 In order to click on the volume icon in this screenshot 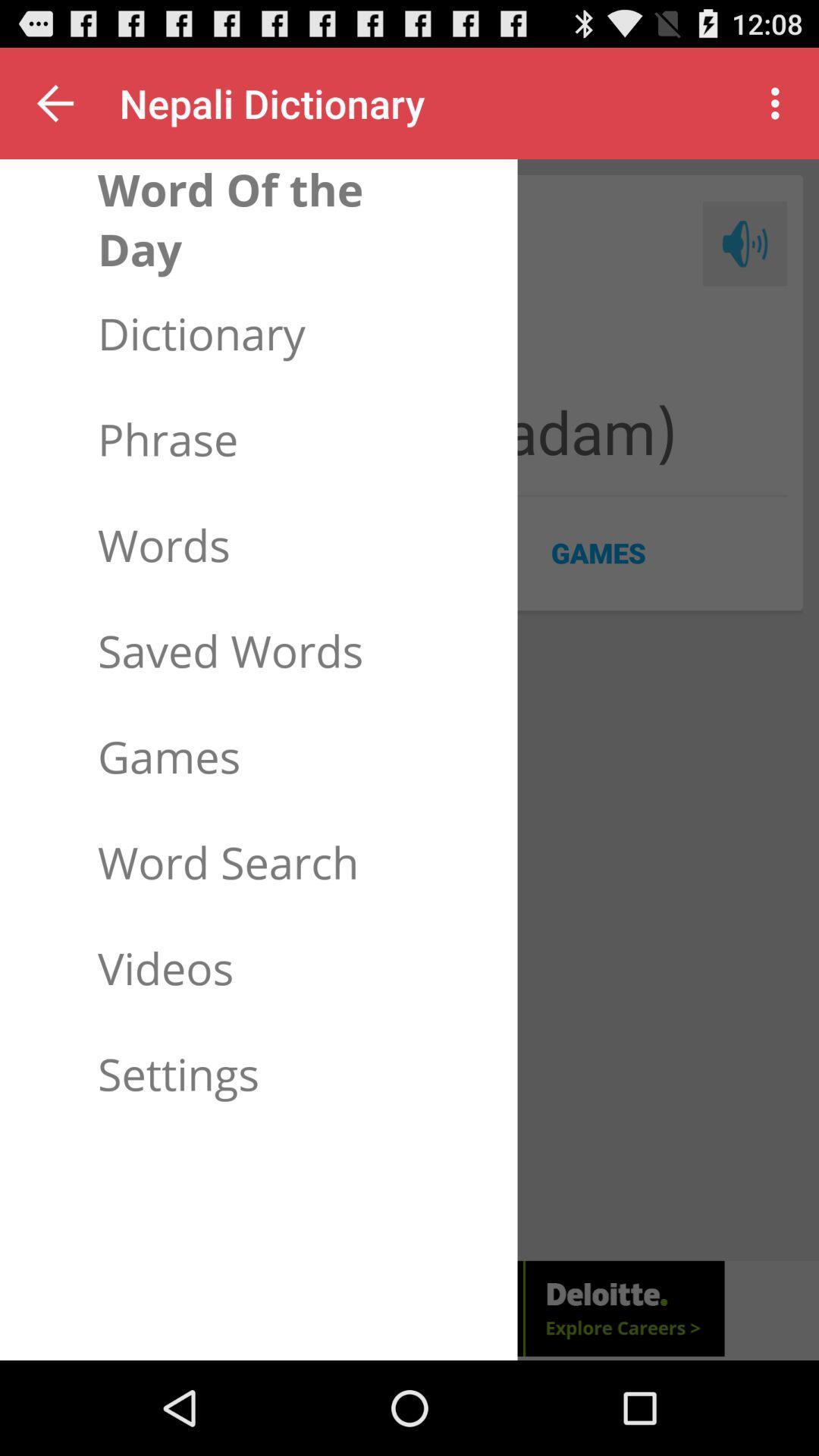, I will do `click(744, 261)`.